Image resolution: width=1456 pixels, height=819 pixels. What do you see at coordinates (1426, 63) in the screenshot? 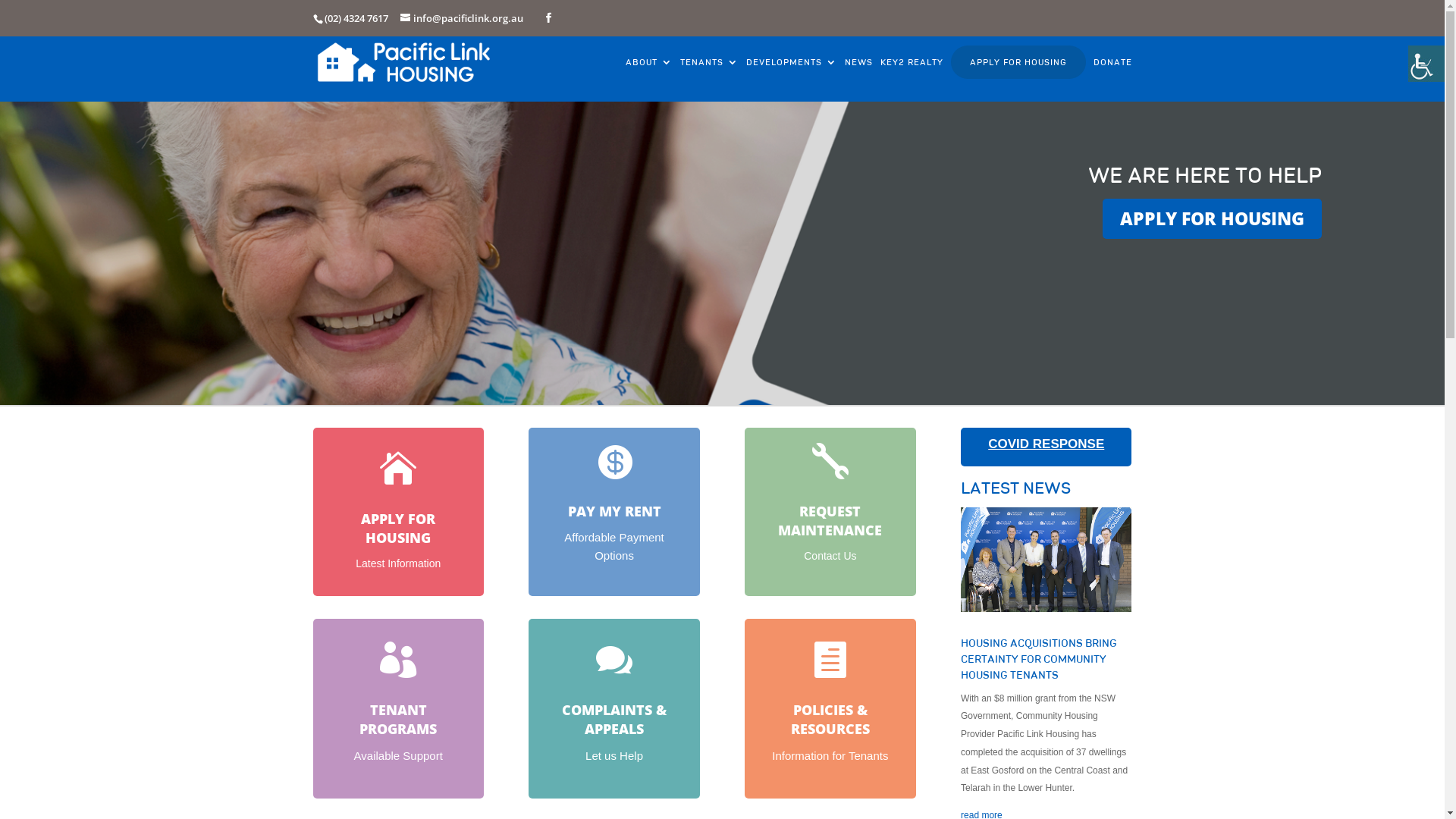
I see `'Accessibility Helper sidebar'` at bounding box center [1426, 63].